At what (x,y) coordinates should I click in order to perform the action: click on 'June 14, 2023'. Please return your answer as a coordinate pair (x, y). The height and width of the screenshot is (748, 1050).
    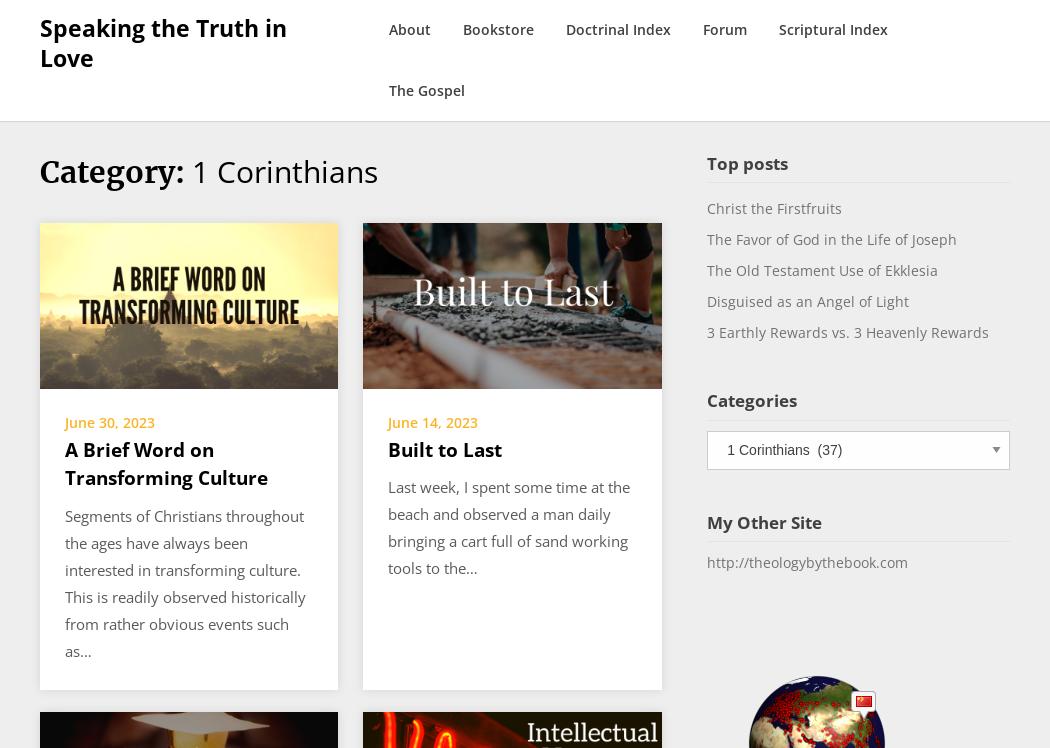
    Looking at the image, I should click on (432, 421).